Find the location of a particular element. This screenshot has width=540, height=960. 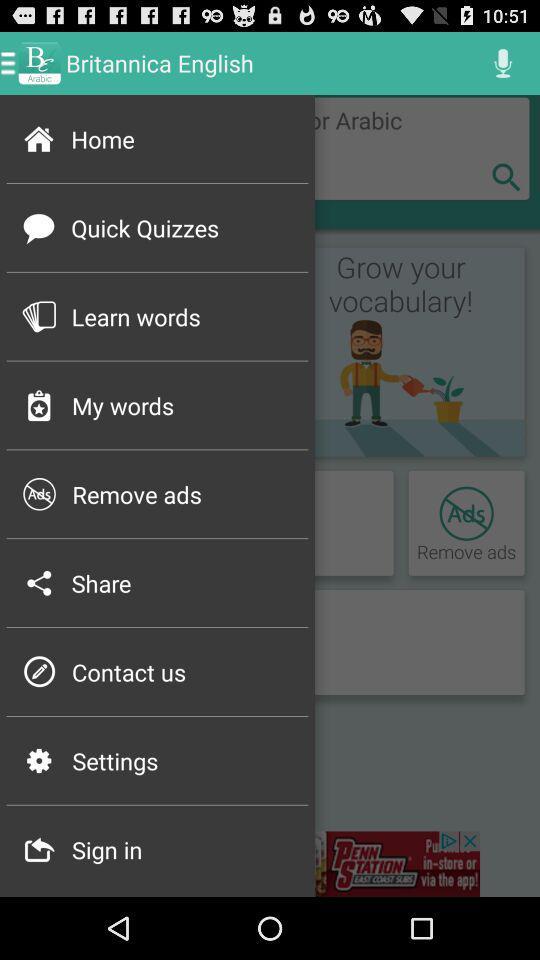

the w item is located at coordinates (39, 583).